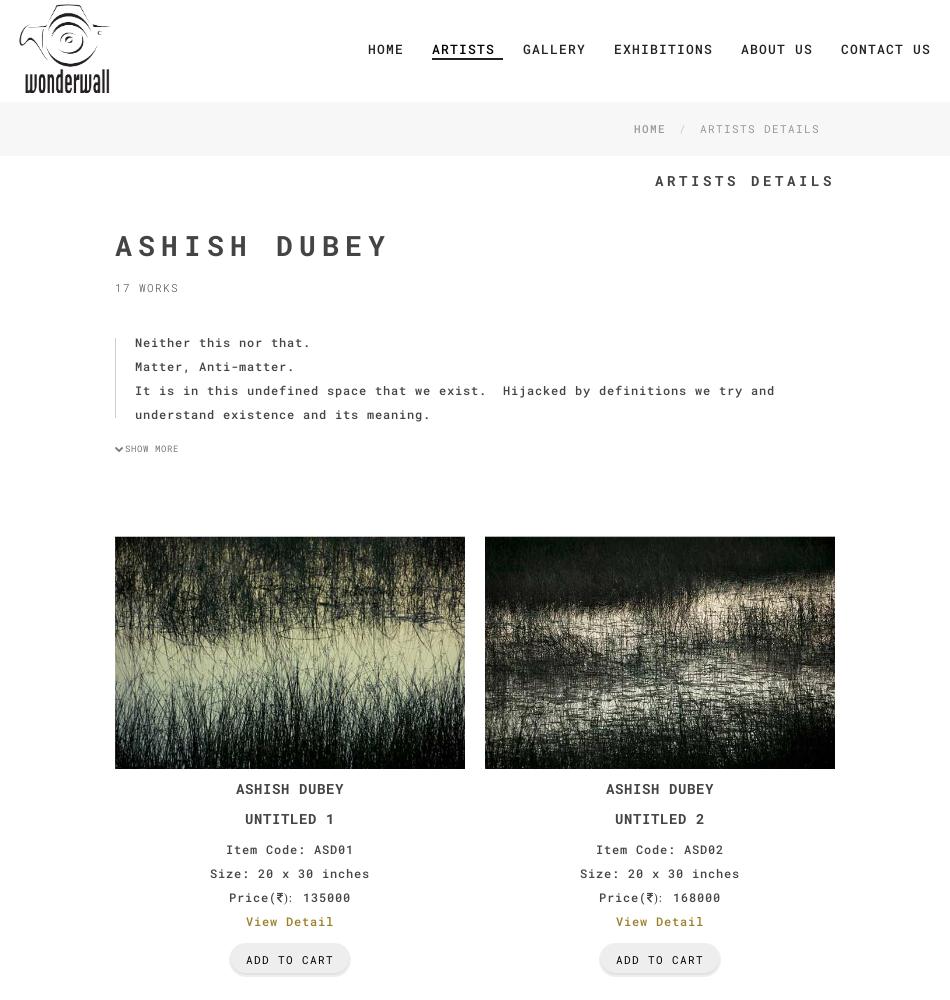  What do you see at coordinates (125, 446) in the screenshot?
I see `'Show More'` at bounding box center [125, 446].